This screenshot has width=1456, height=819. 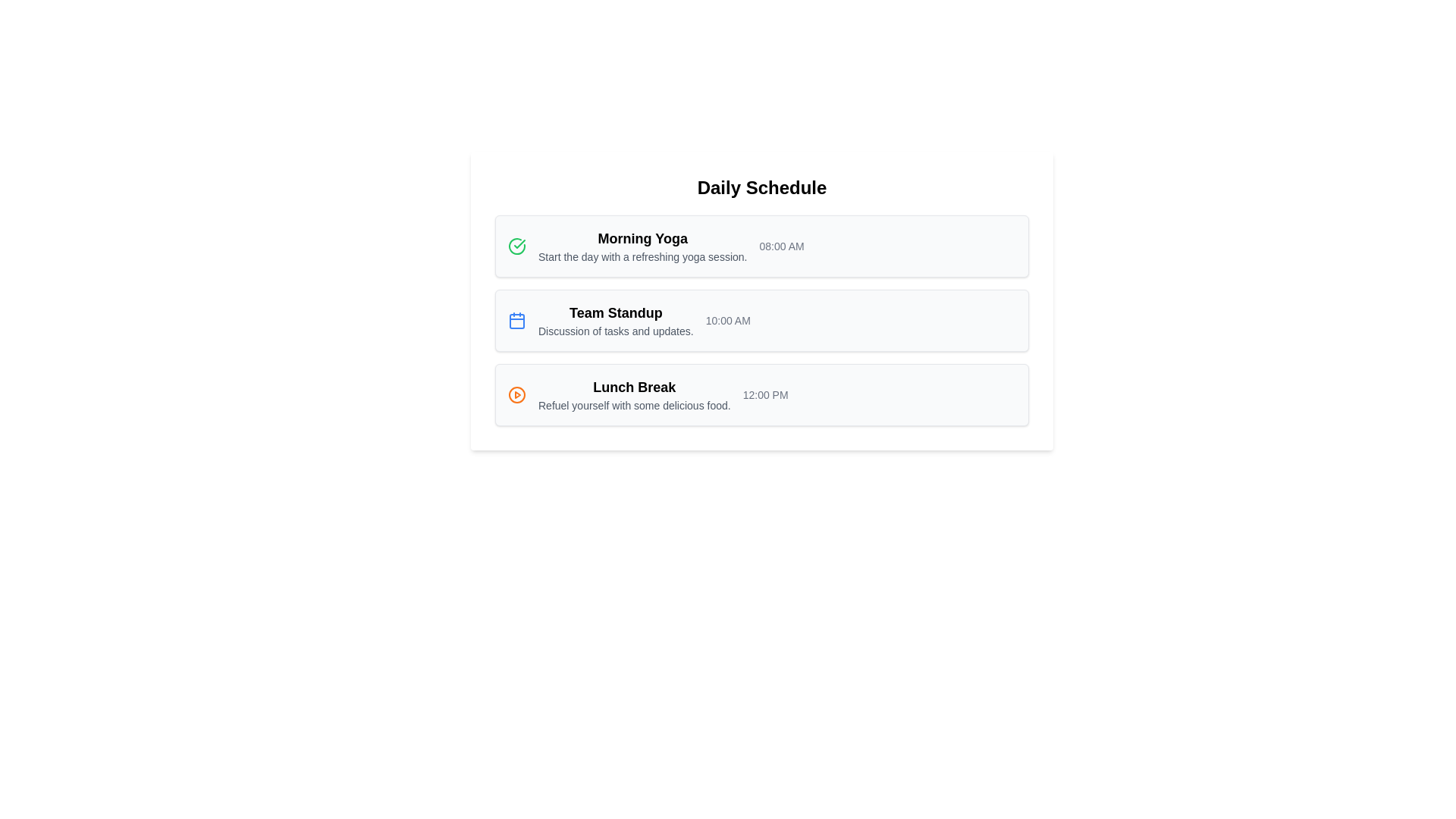 I want to click on the vertical list group displaying scheduled events for the day, so click(x=761, y=320).